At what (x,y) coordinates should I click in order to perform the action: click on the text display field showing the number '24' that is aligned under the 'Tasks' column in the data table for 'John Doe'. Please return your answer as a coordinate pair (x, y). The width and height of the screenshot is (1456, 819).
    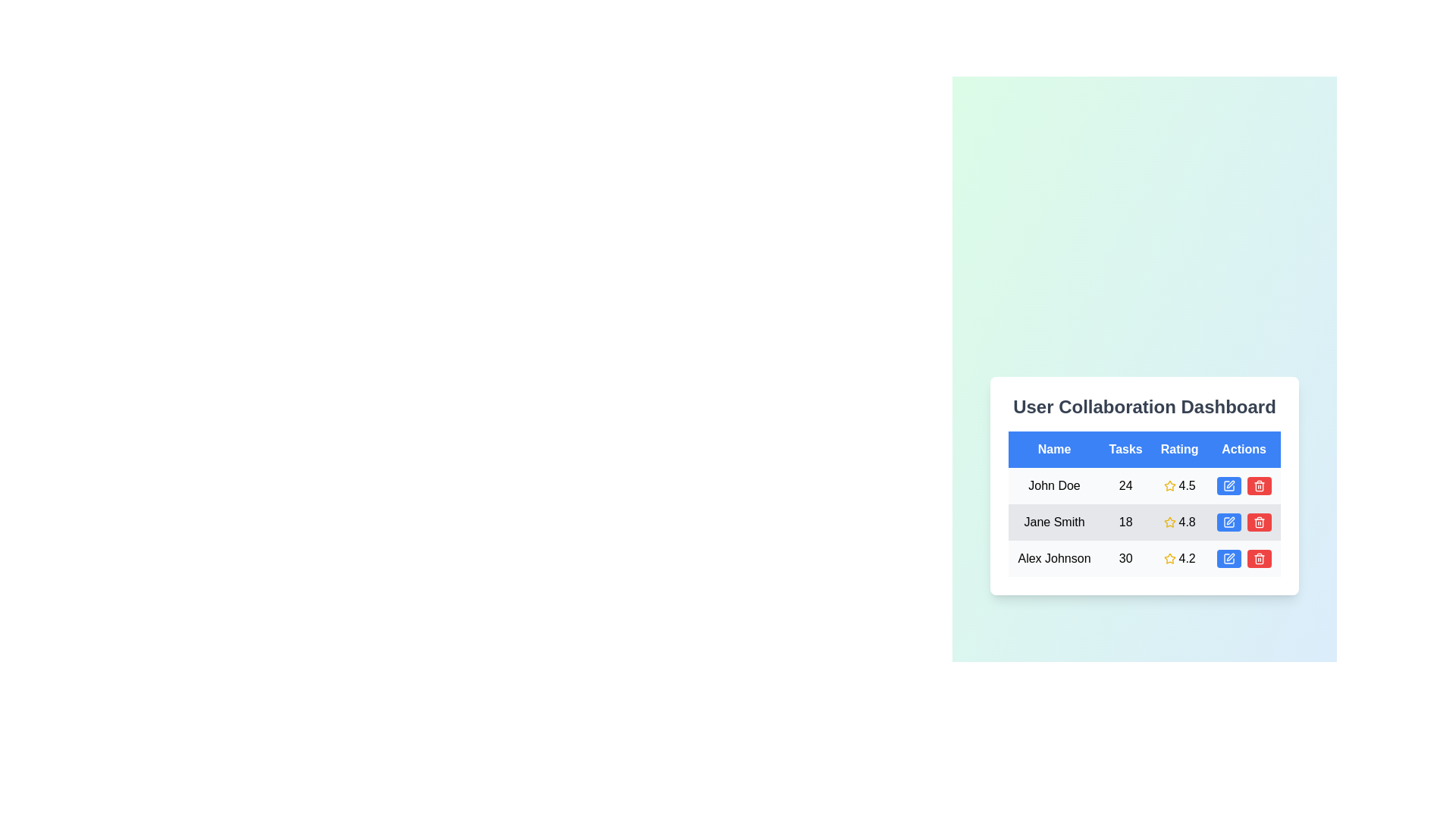
    Looking at the image, I should click on (1125, 485).